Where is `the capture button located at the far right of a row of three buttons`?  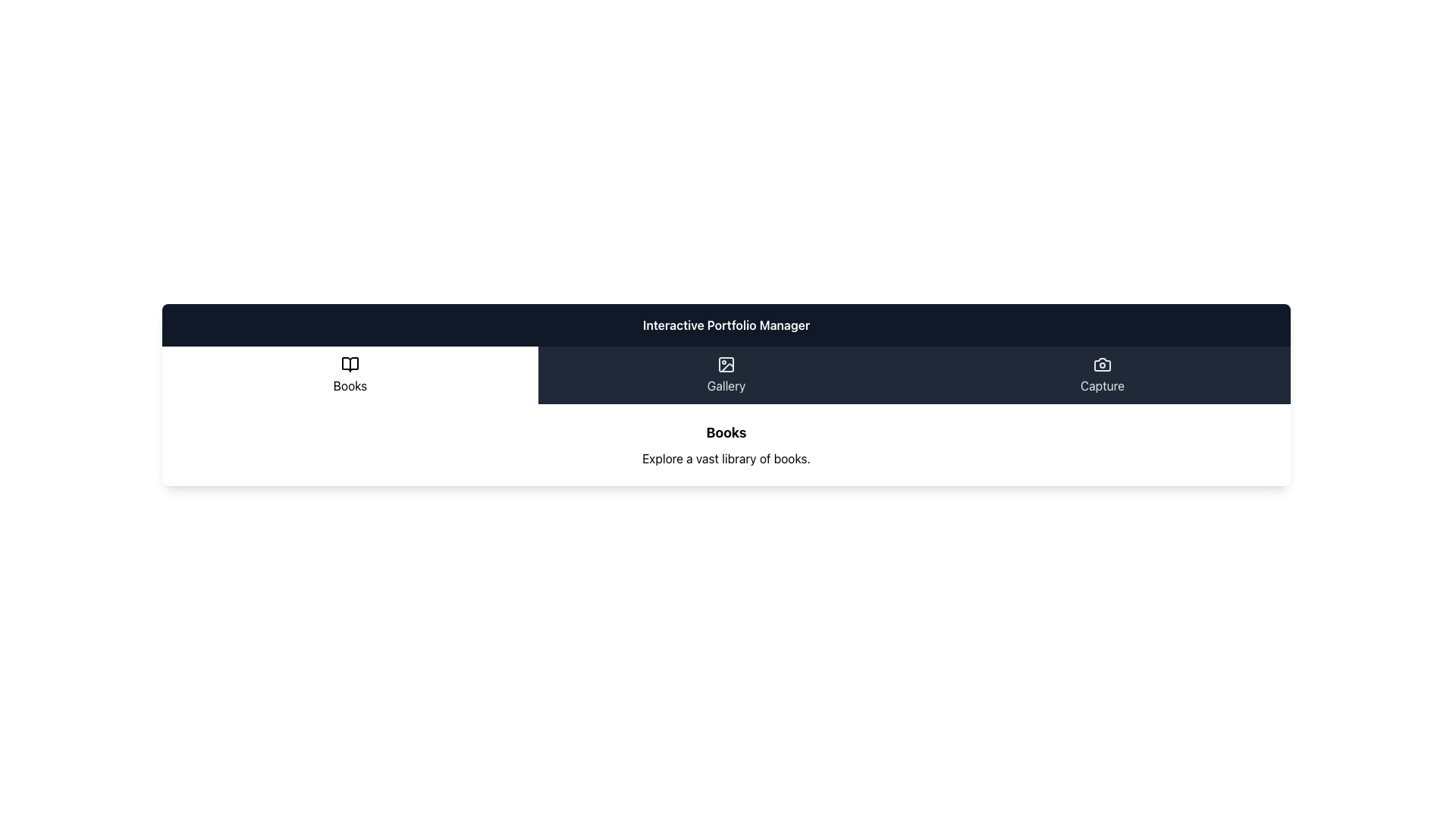 the capture button located at the far right of a row of three buttons is located at coordinates (1103, 375).